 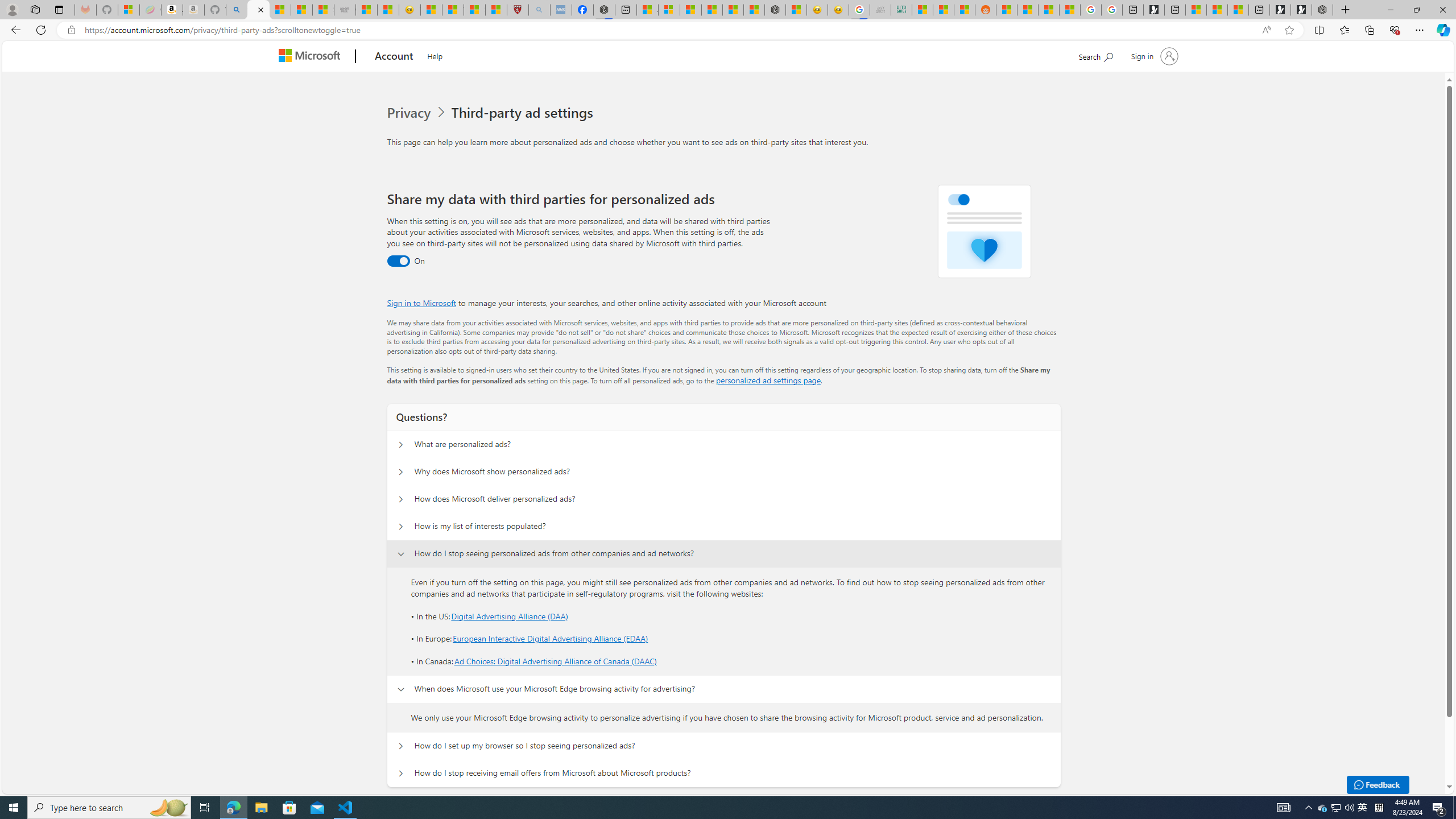 I want to click on 'DITOGAMES AG Imprint', so click(x=901, y=9).